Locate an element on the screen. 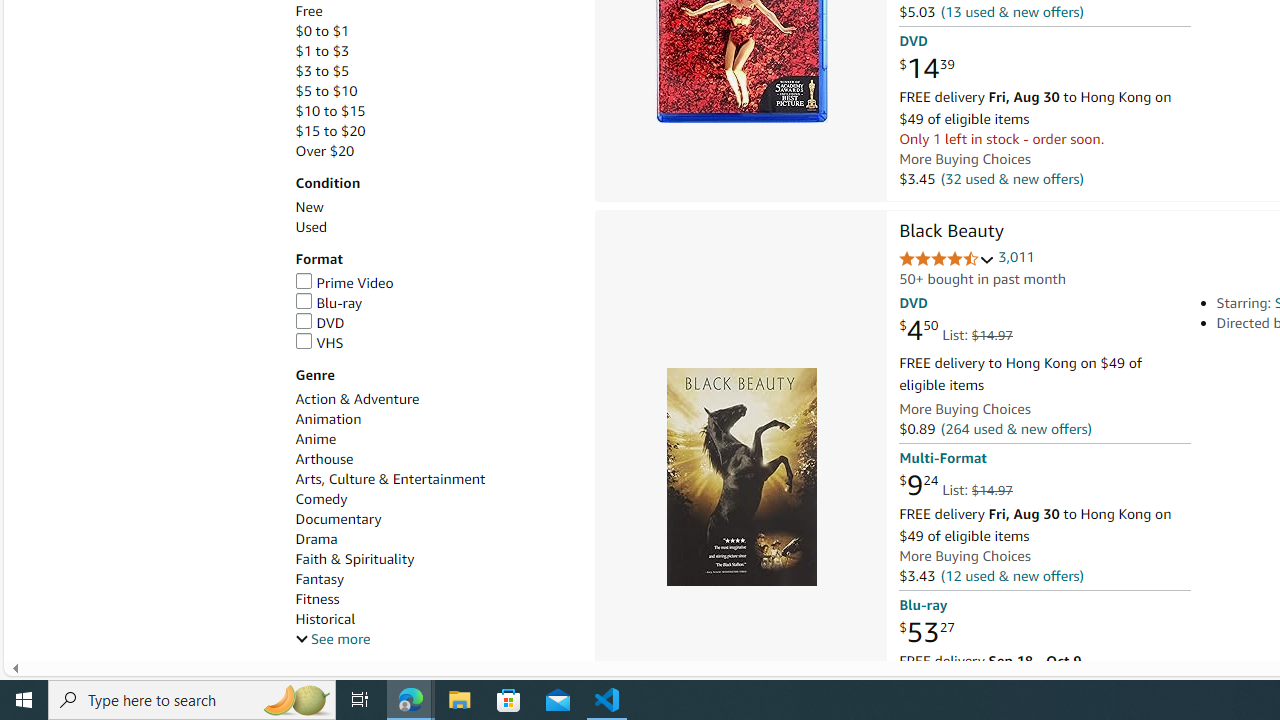 The height and width of the screenshot is (720, 1280). '(32 used & new offers)' is located at coordinates (1011, 178).